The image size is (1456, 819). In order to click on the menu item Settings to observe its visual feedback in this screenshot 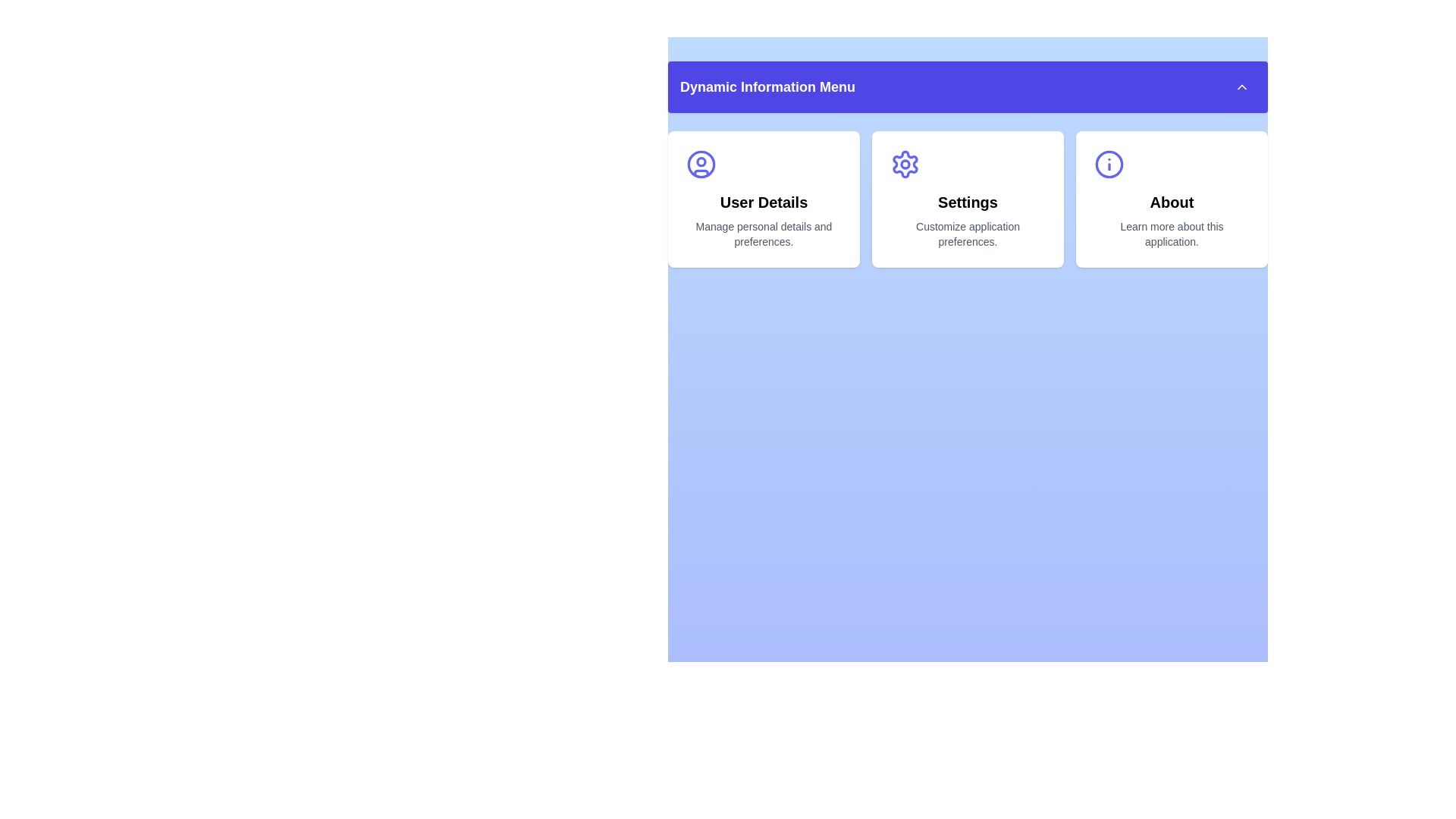, I will do `click(967, 198)`.